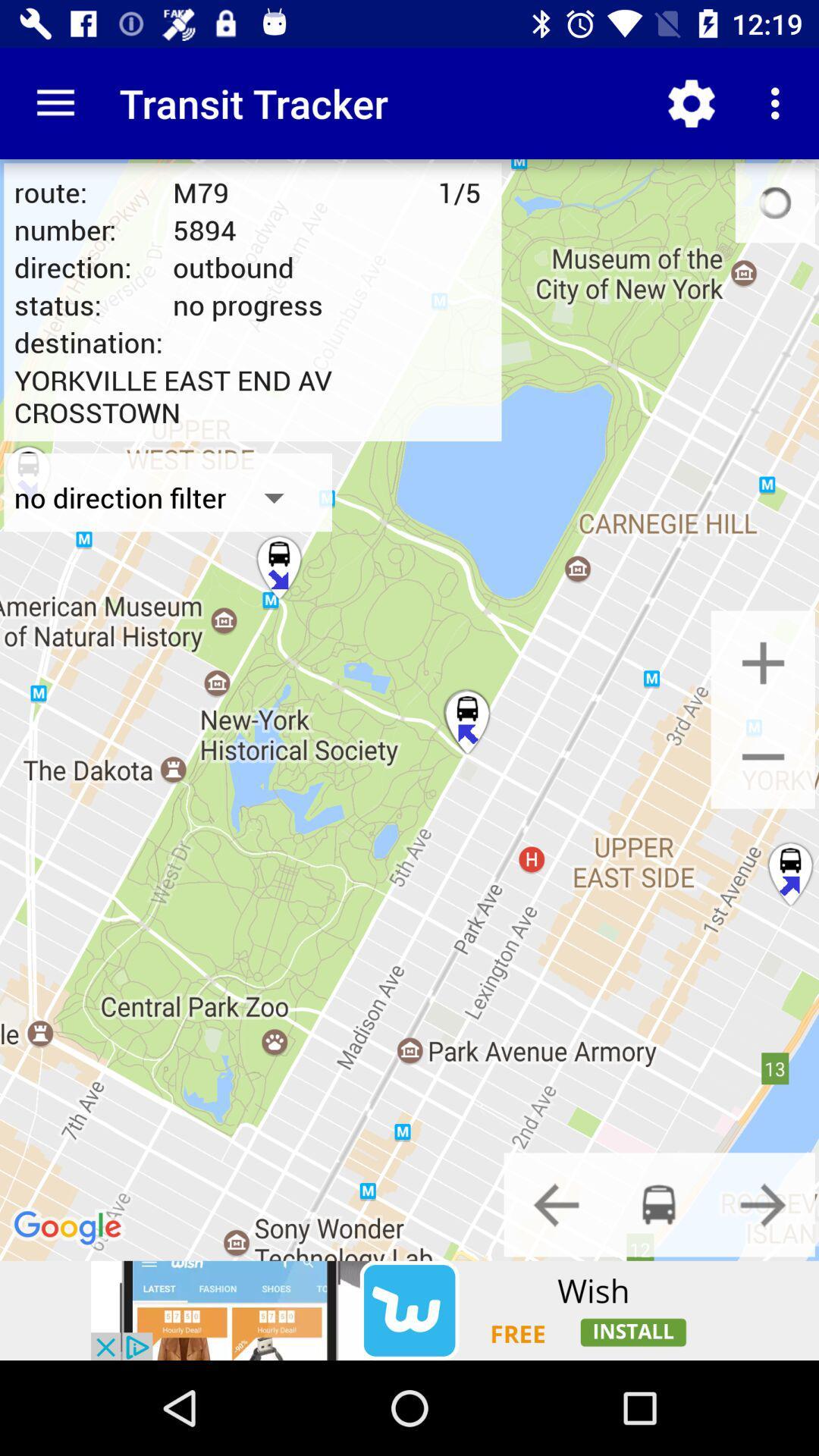 The image size is (819, 1456). I want to click on go back, so click(556, 1203).